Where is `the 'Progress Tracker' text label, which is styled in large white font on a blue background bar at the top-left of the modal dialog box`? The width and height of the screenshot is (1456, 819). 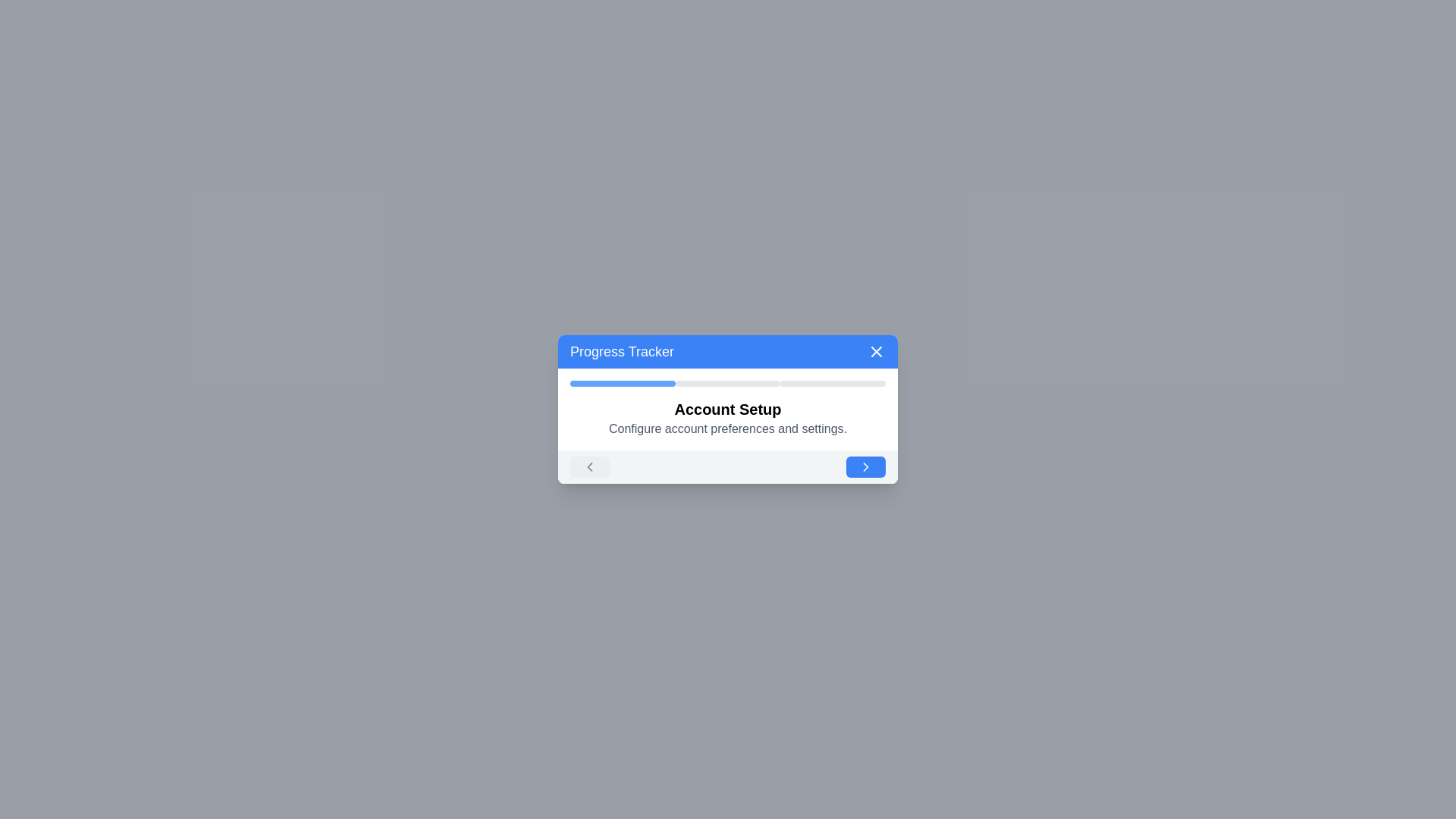
the 'Progress Tracker' text label, which is styled in large white font on a blue background bar at the top-left of the modal dialog box is located at coordinates (622, 351).